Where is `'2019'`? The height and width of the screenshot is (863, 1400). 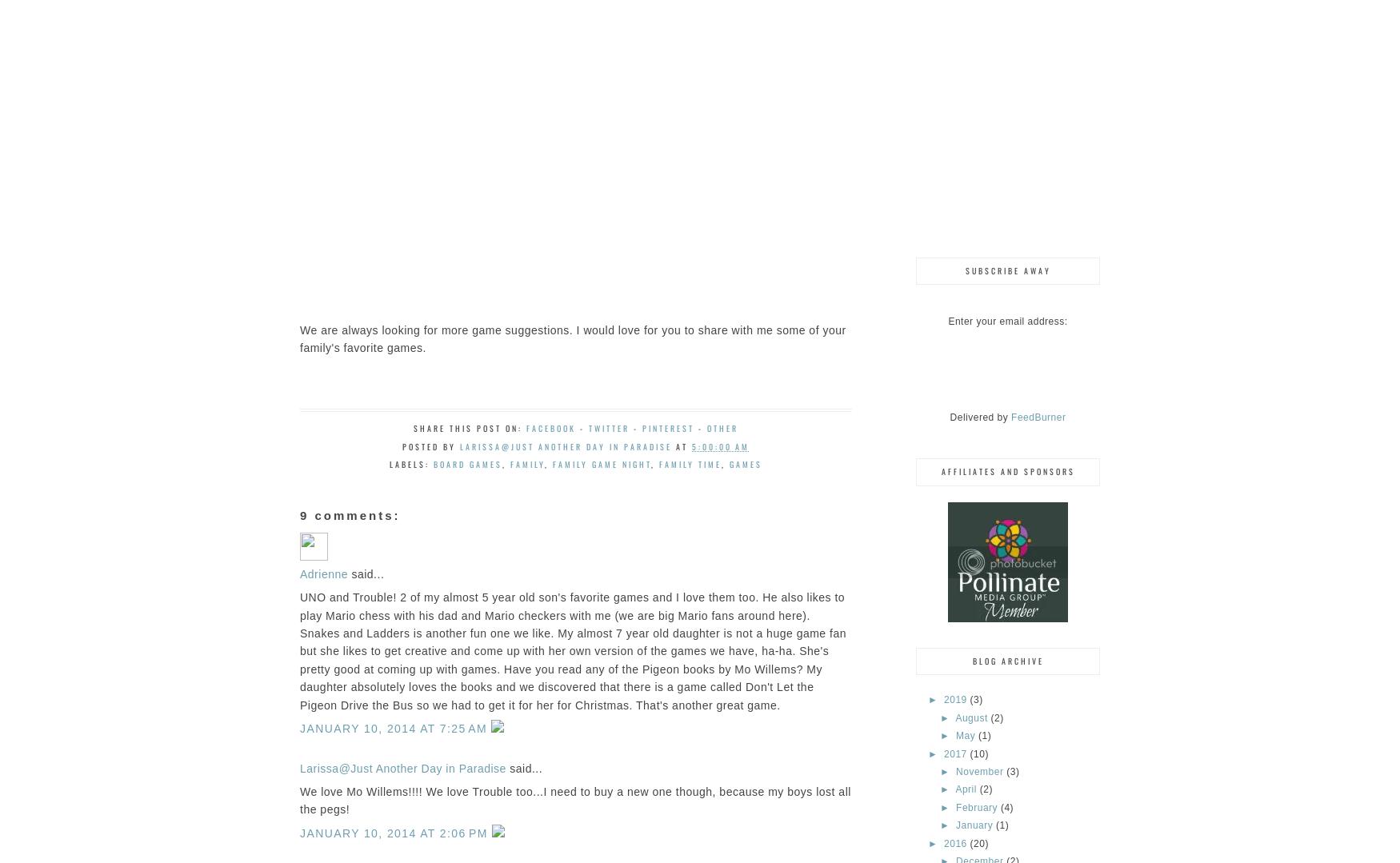 '2019' is located at coordinates (956, 698).